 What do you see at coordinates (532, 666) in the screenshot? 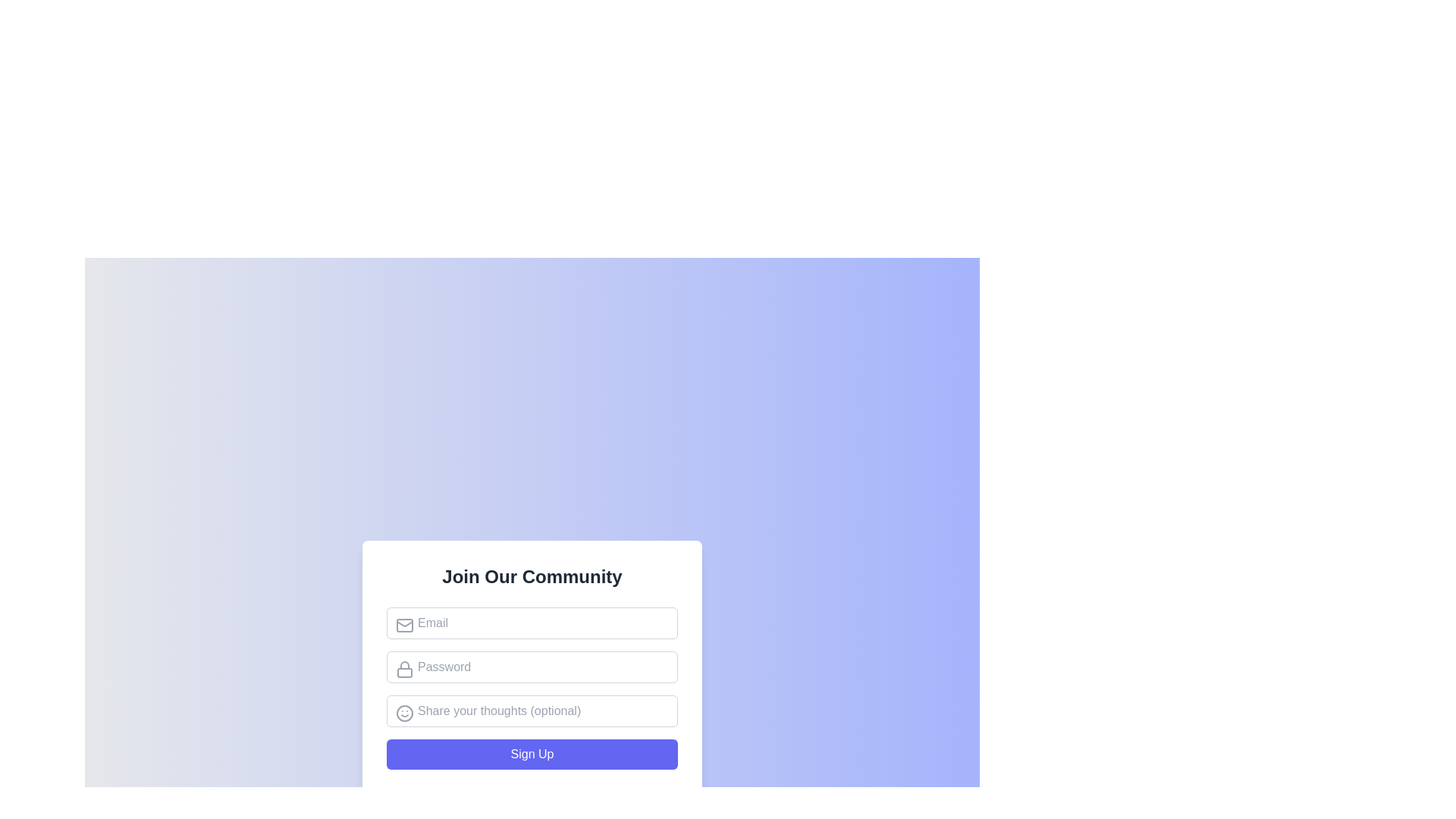
I see `the password input field located in the 'Join Our Community' form, which is the second input field below the 'Email' field` at bounding box center [532, 666].